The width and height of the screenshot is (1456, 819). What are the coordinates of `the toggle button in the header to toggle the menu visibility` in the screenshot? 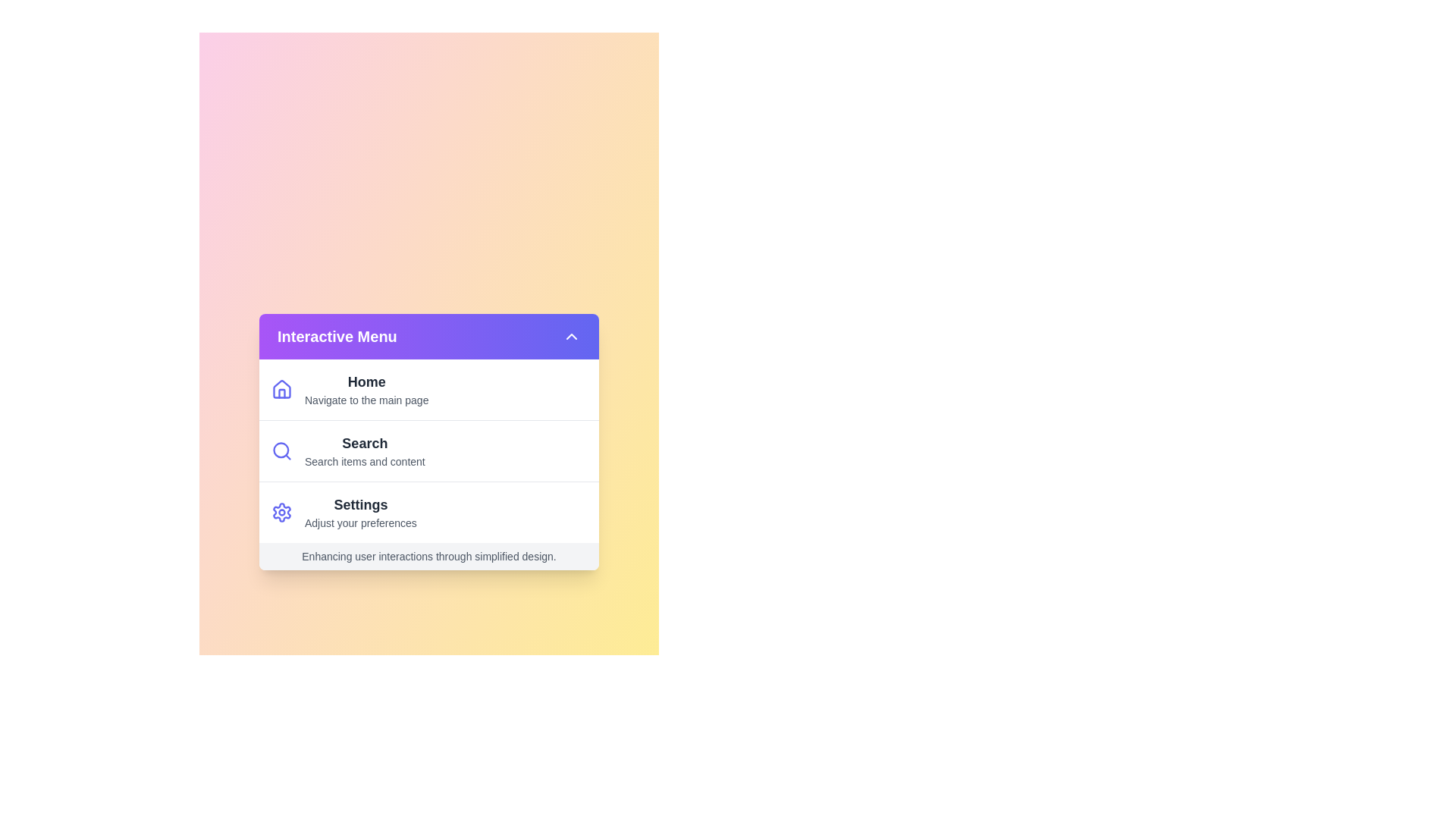 It's located at (570, 335).